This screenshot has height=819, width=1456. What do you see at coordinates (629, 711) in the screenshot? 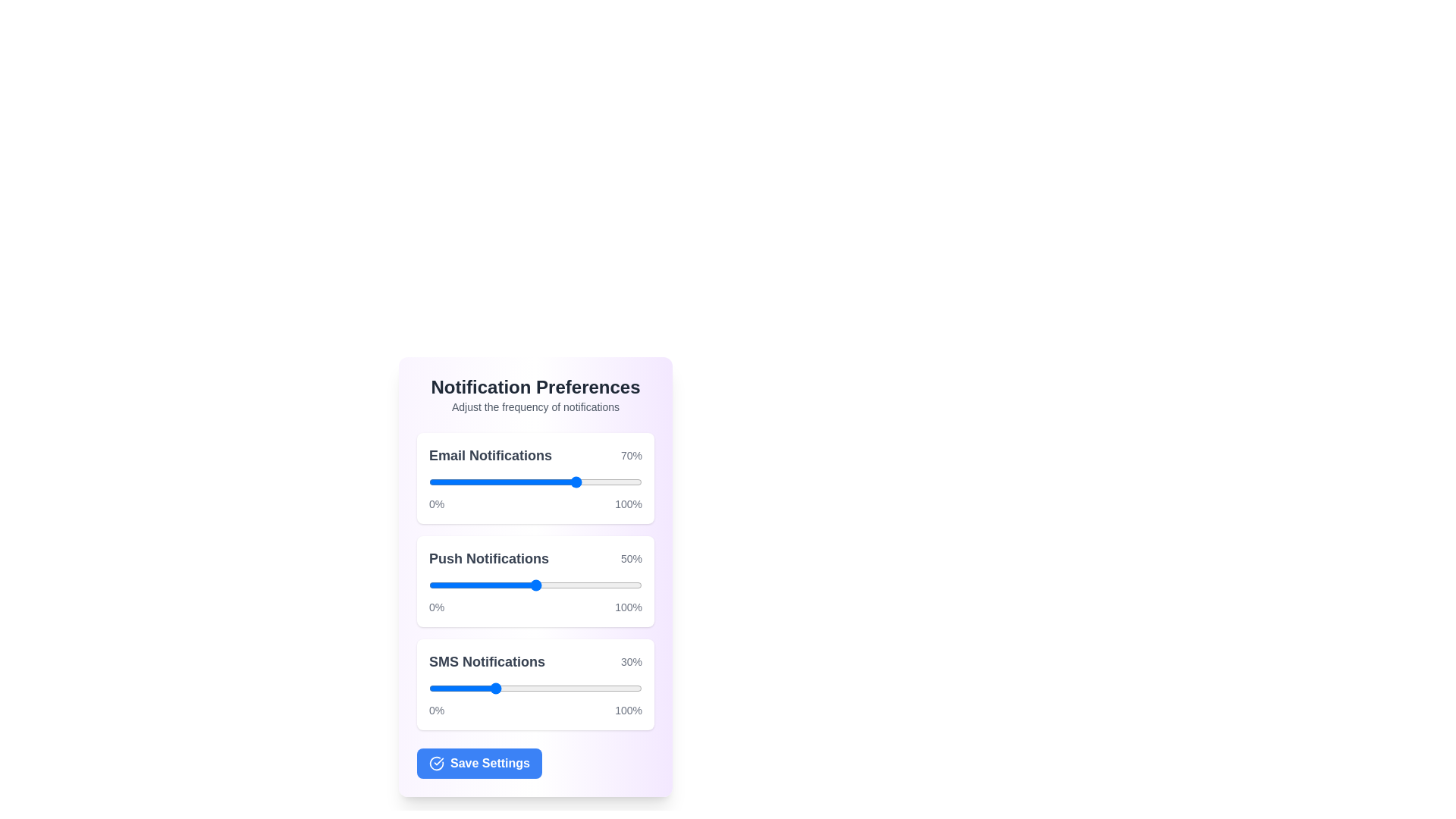
I see `the static text label displaying '100%', which signifies the maximum value for the SMS Notifications slider component` at bounding box center [629, 711].